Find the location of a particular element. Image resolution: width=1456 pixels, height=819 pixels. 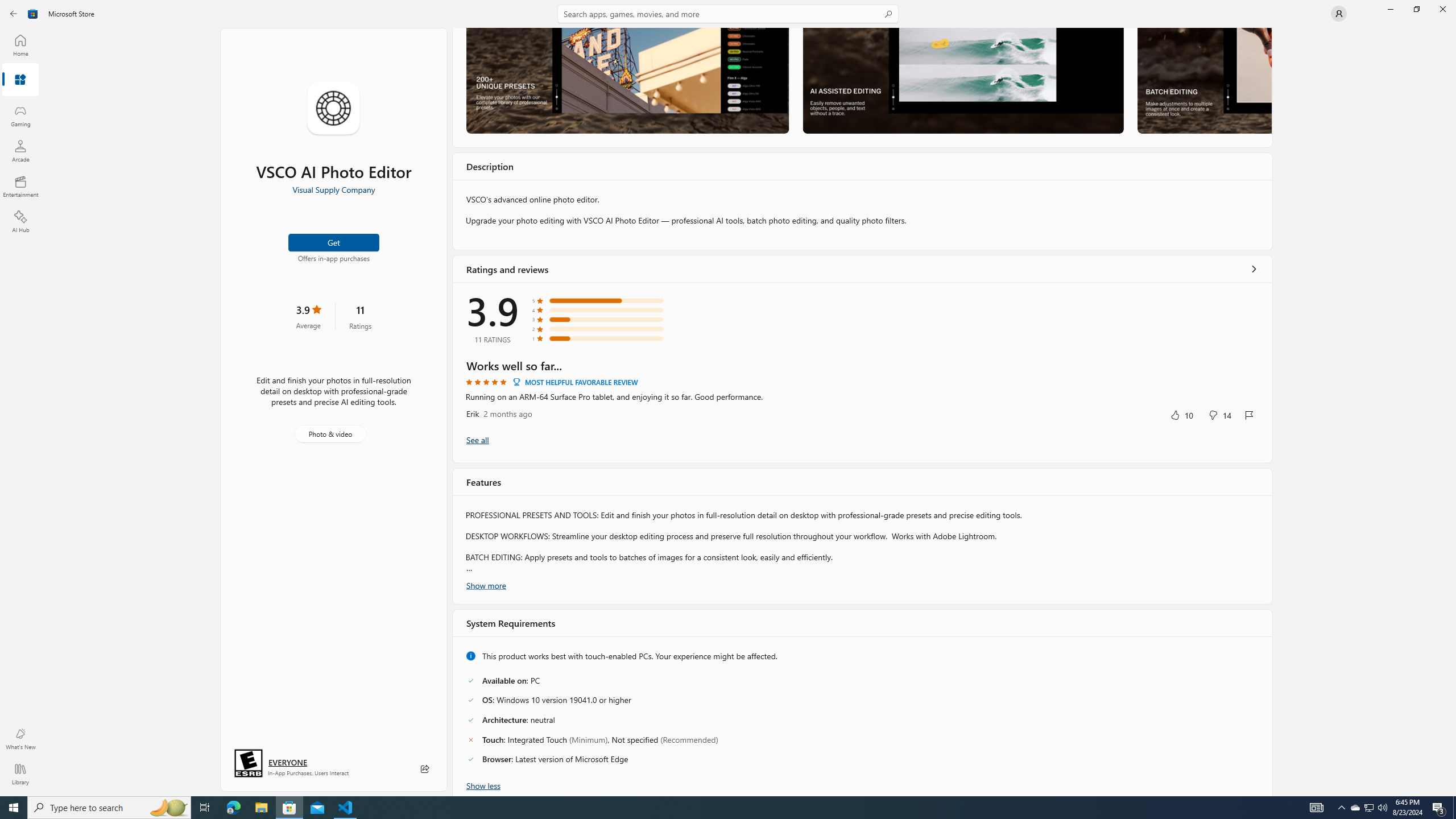

'Screenshot 3' is located at coordinates (1203, 80).